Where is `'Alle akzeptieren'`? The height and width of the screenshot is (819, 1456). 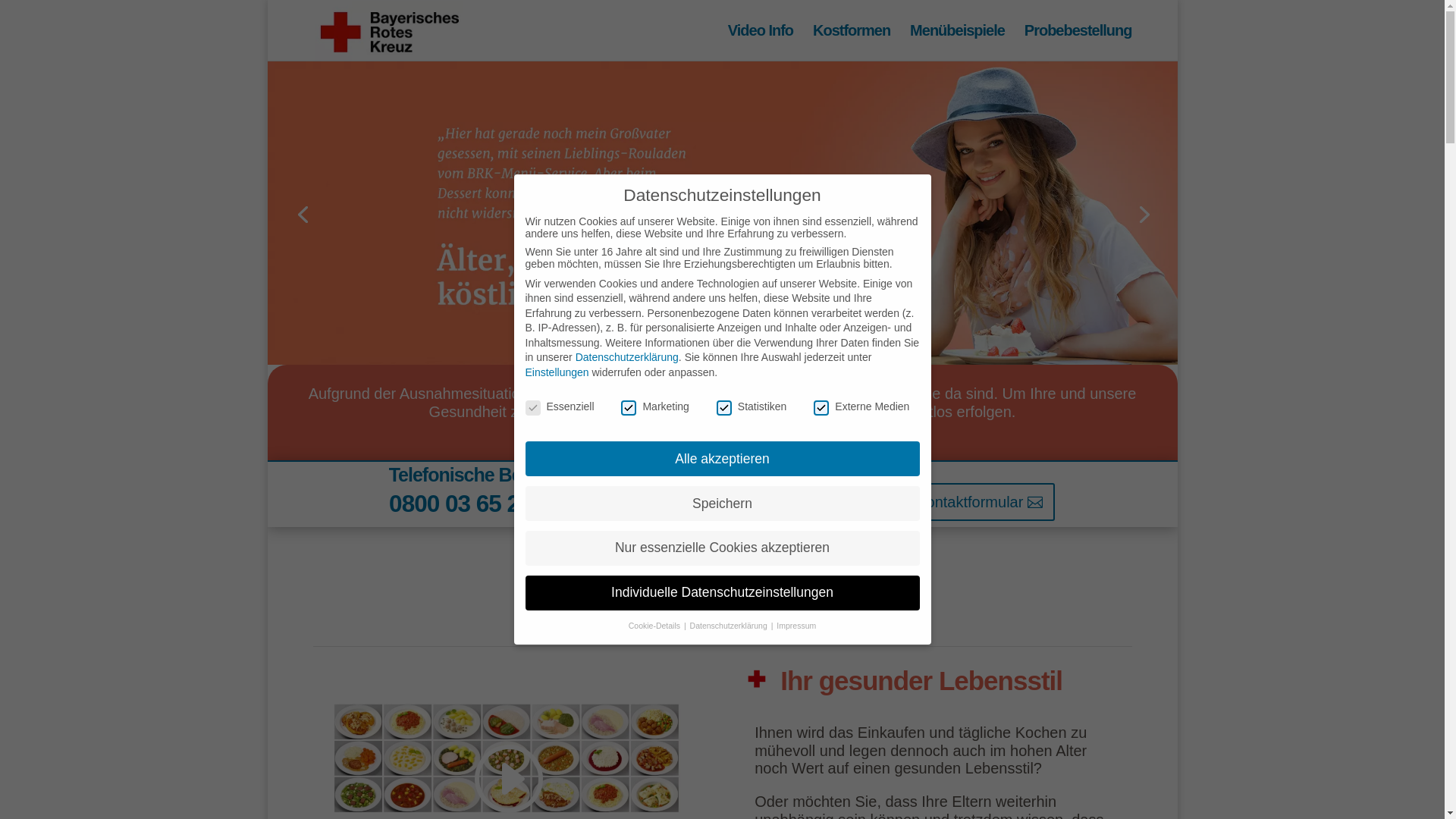 'Alle akzeptieren' is located at coordinates (720, 458).